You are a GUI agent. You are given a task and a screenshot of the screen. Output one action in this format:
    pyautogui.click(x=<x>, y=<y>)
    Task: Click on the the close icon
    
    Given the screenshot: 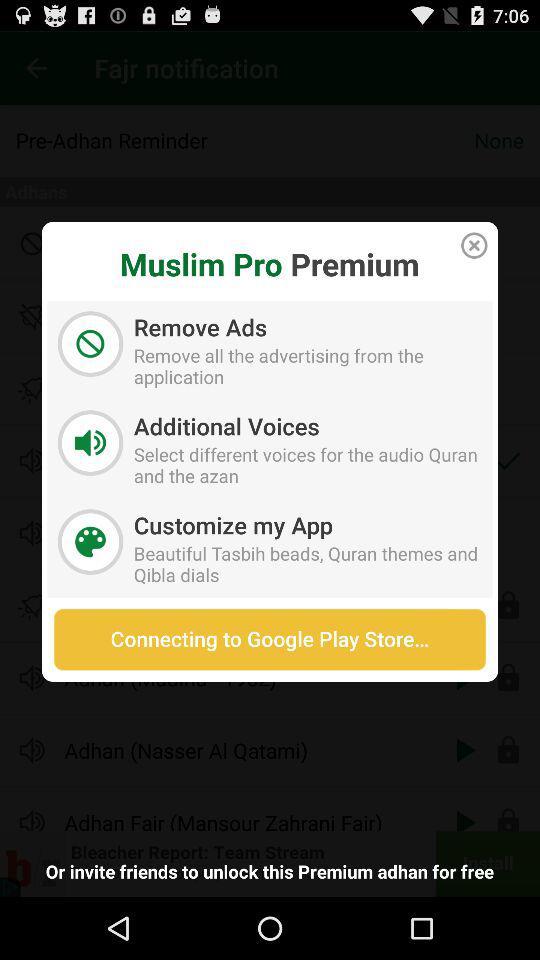 What is the action you would take?
    pyautogui.click(x=473, y=261)
    